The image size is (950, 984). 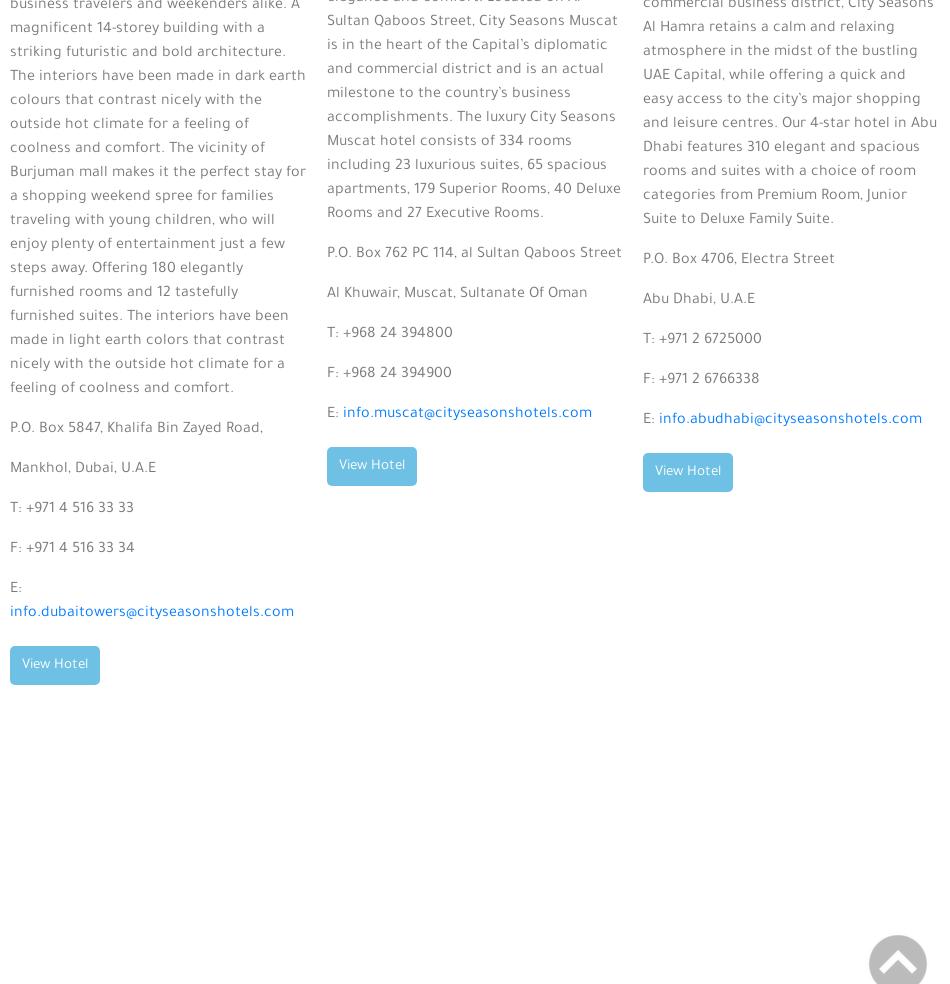 I want to click on 'Mankhol, Dubai, U.A.E', so click(x=83, y=469).